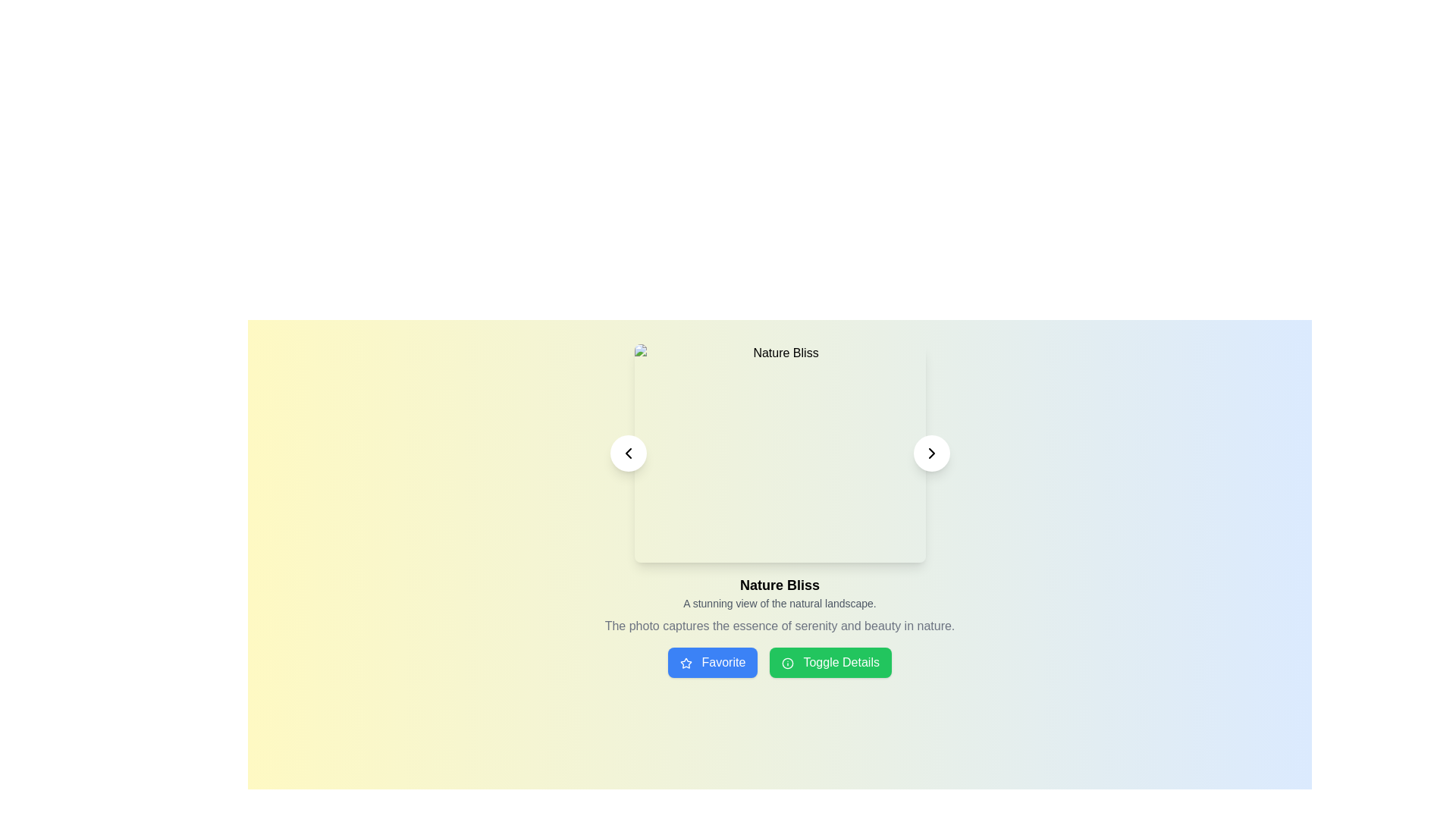 This screenshot has width=1456, height=819. What do you see at coordinates (780, 584) in the screenshot?
I see `the heading text label 'Nature Bliss', which is styled in a bold, large font and positioned centrally in the content section above the descriptive text` at bounding box center [780, 584].